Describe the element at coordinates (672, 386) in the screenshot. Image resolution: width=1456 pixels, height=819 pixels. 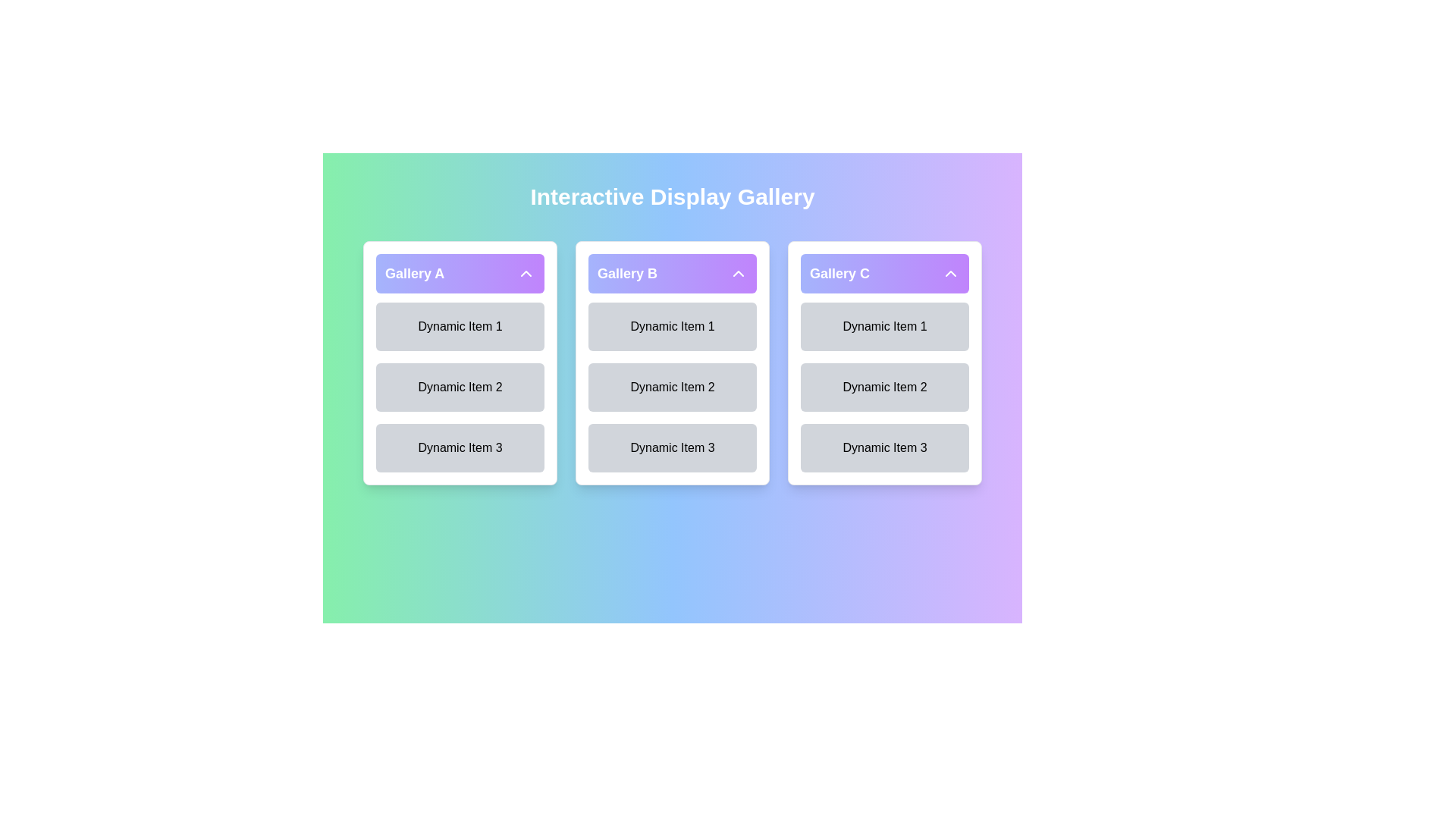
I see `the label 'Dynamic Item 2' located in the middle column 'Gallery B', which is the second item in a list above 'Dynamic Item 3' and below 'Dynamic Item 1'` at that location.